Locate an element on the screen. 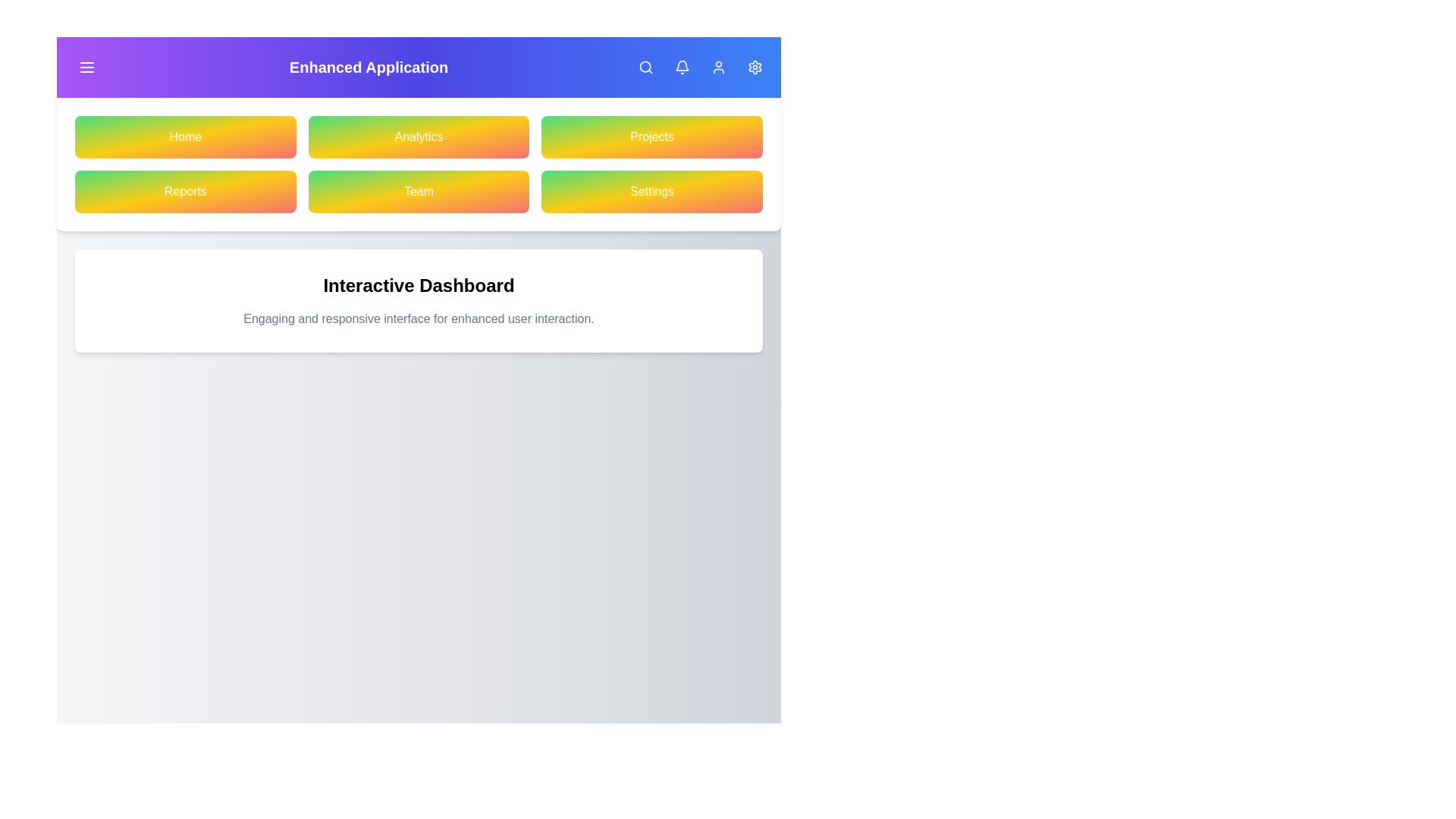 Image resolution: width=1456 pixels, height=819 pixels. the Bell header icon is located at coordinates (682, 66).